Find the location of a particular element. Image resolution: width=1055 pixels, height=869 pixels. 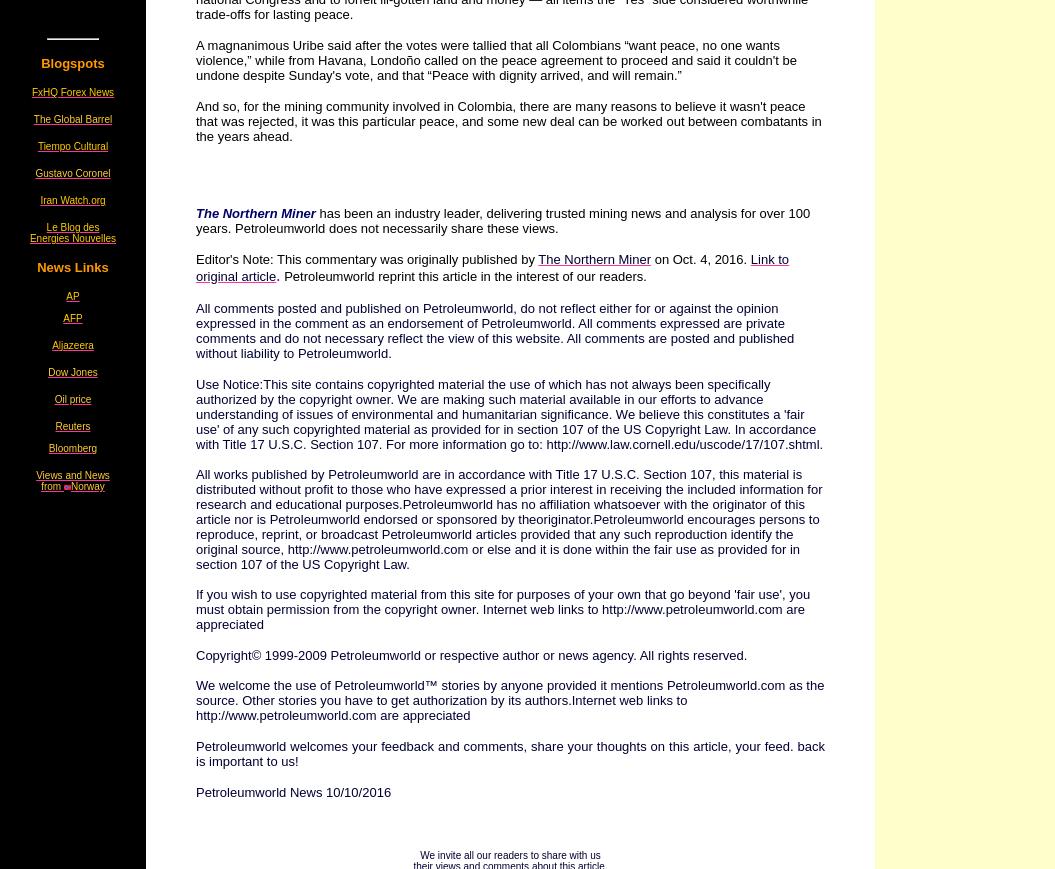

'Blogspots' is located at coordinates (41, 62).